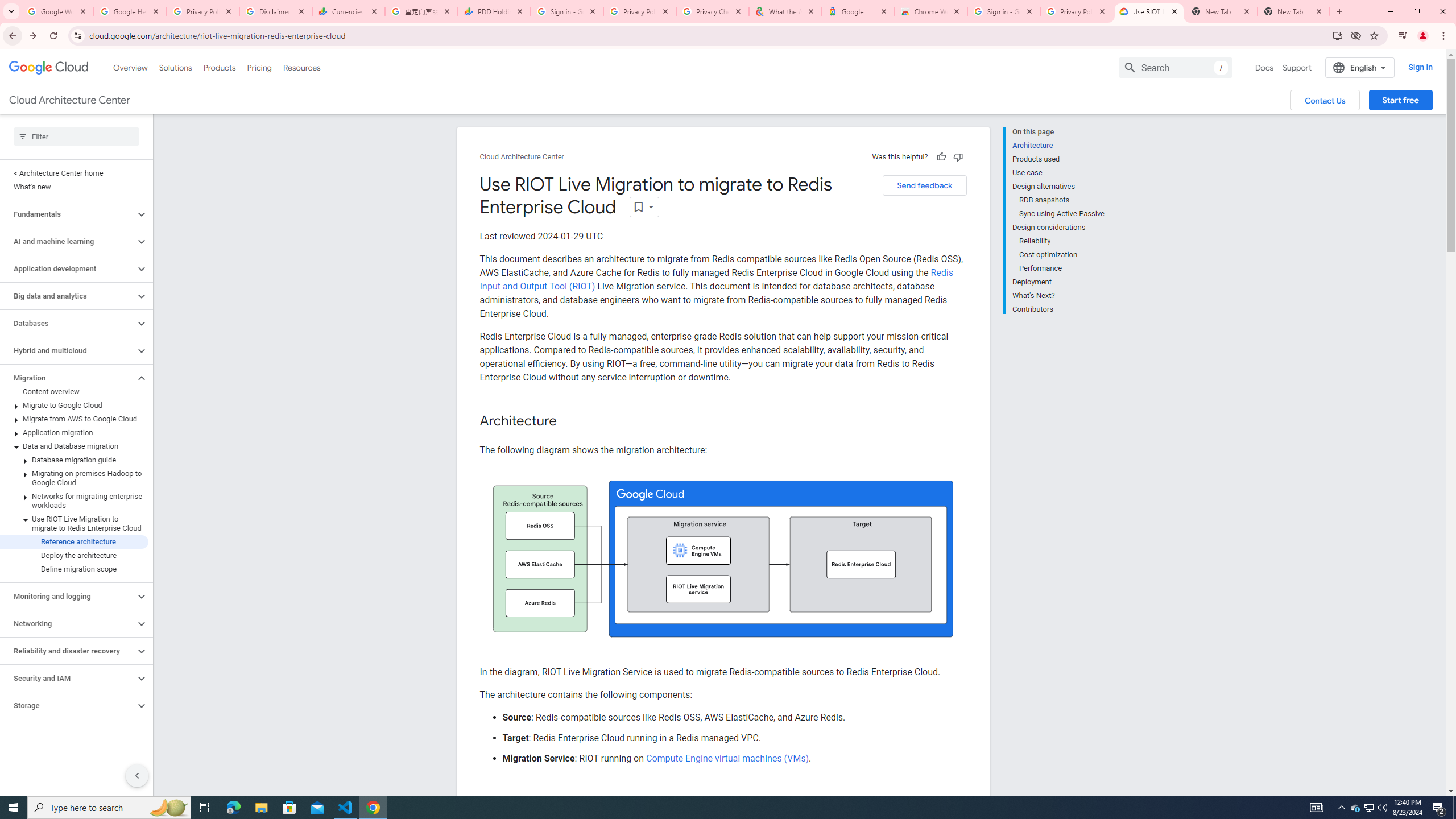 Image resolution: width=1456 pixels, height=819 pixels. I want to click on 'Send feedback', so click(924, 185).